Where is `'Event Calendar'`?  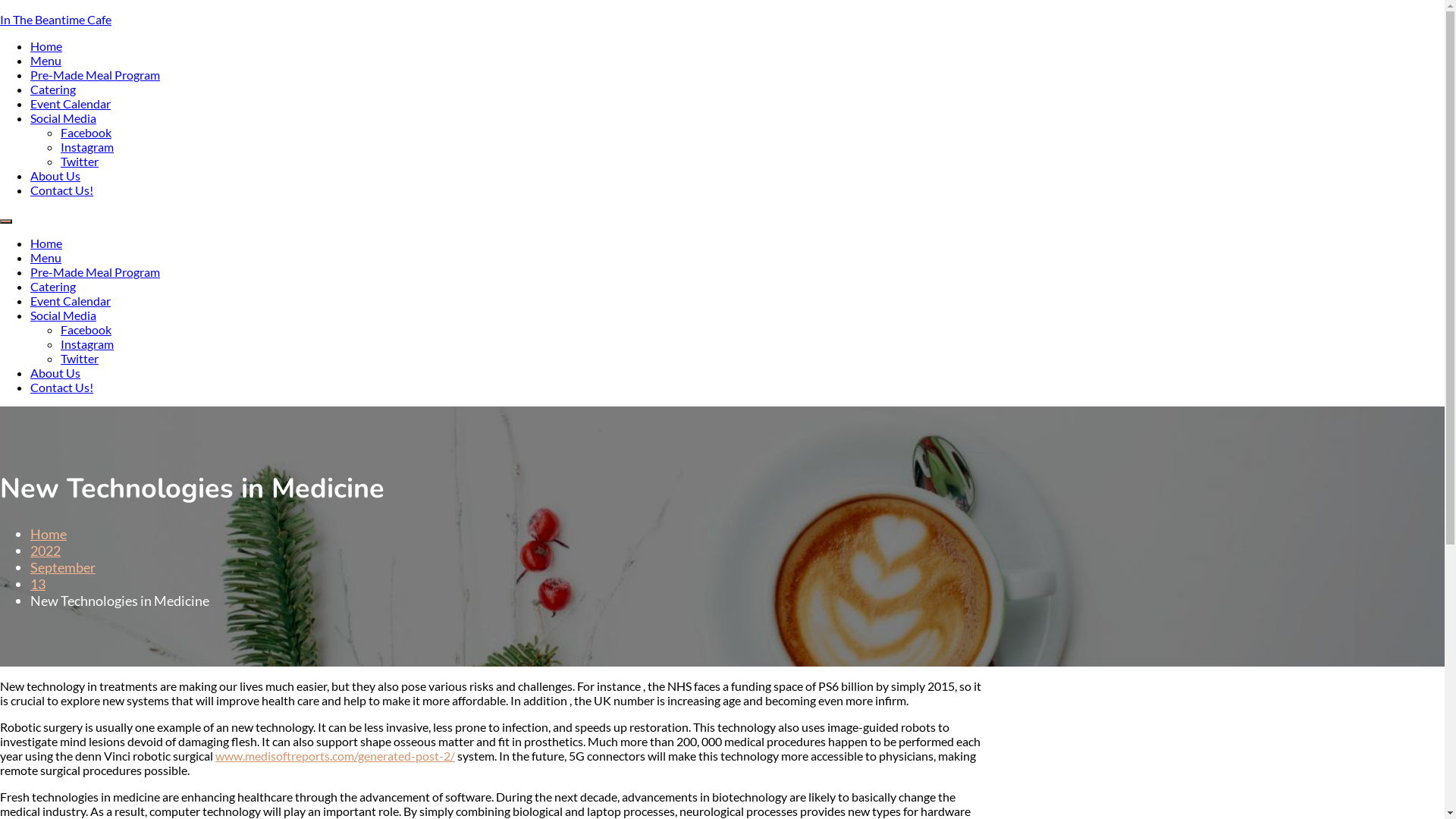 'Event Calendar' is located at coordinates (30, 102).